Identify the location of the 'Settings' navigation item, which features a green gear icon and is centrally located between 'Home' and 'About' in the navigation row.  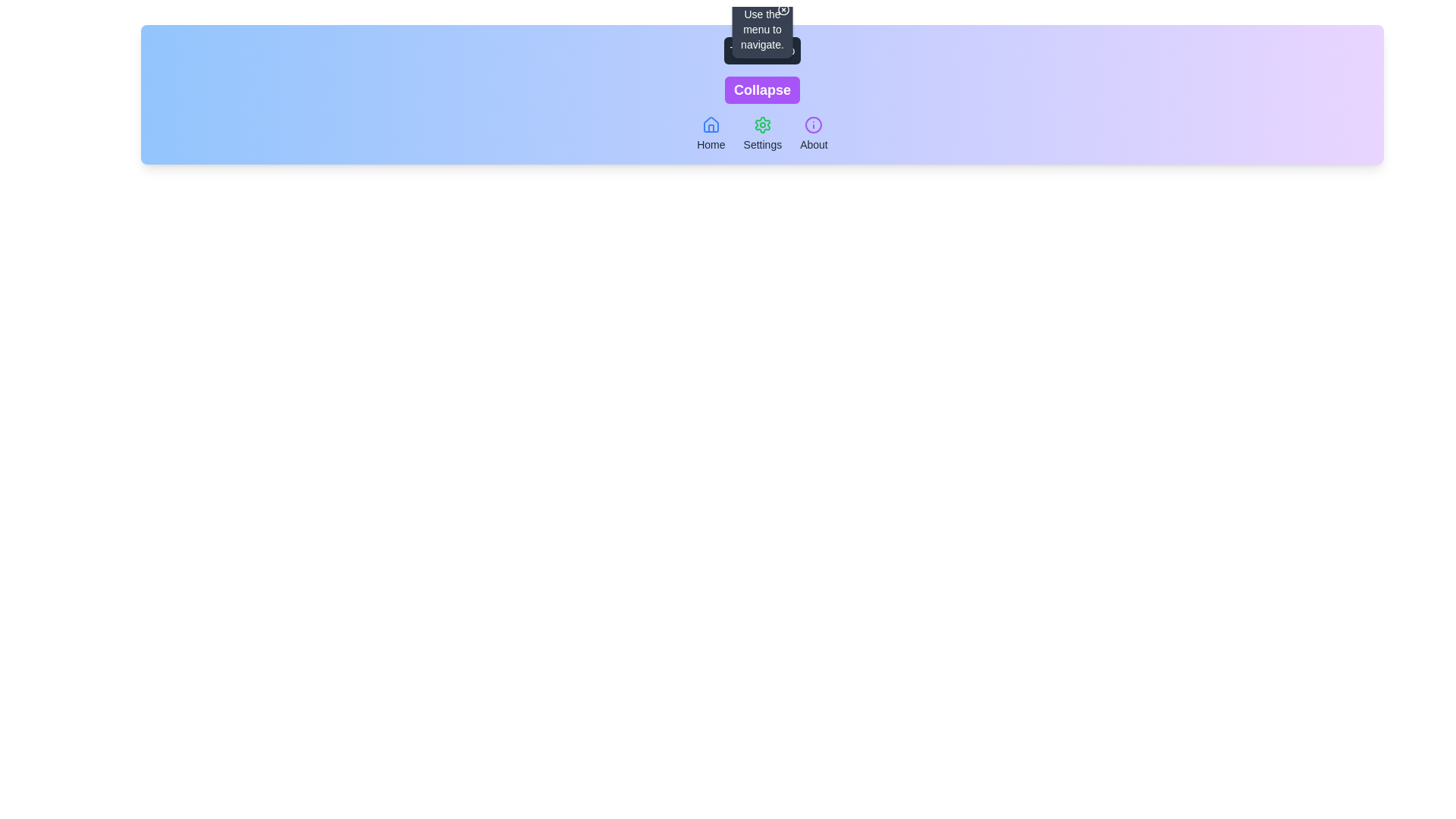
(762, 133).